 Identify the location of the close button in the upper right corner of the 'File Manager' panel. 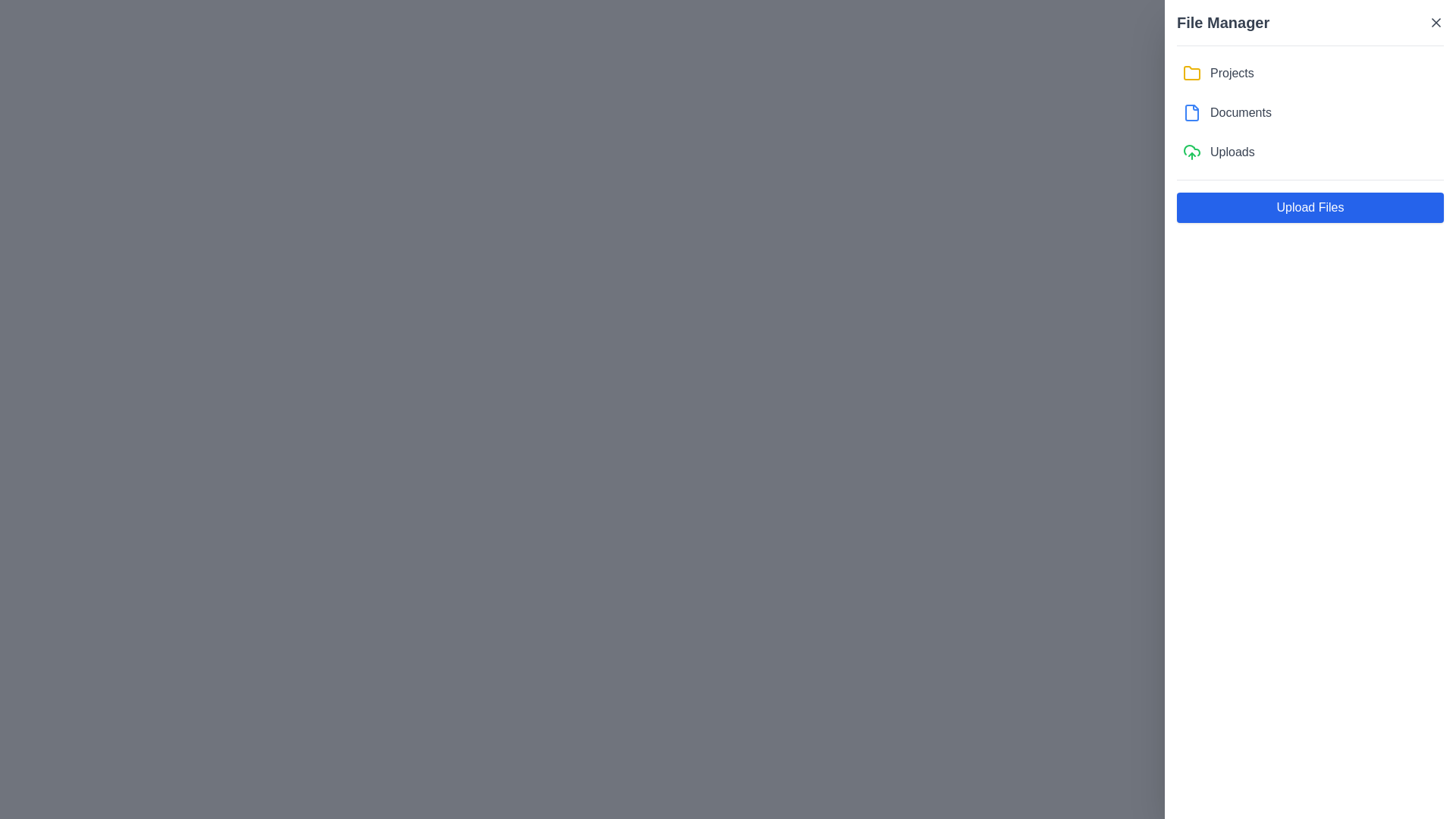
(1436, 23).